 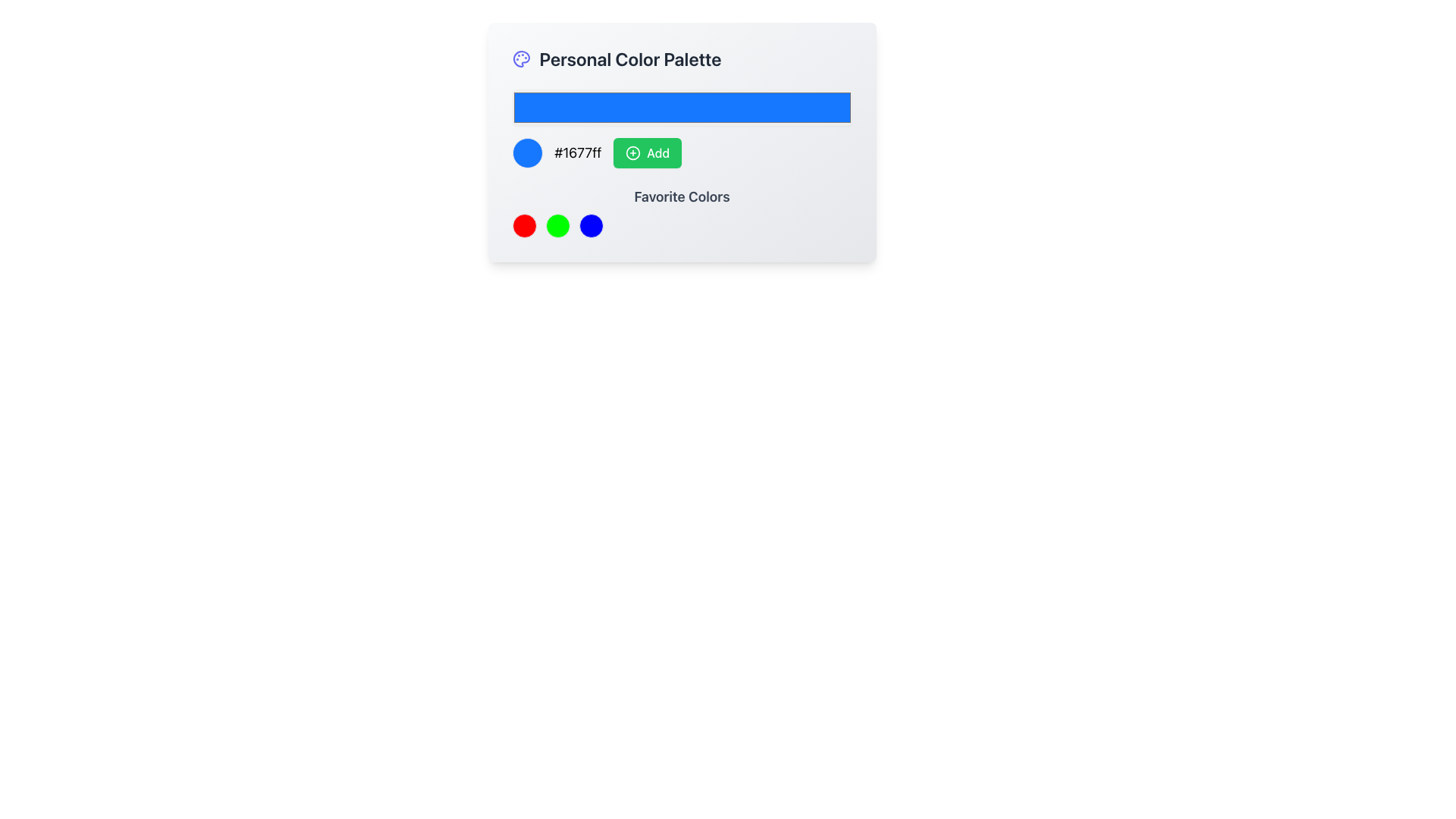 I want to click on the circular indigo palette icon with paint blob cutouts located in the top-left corner of the 'Personal Color Palette' section, so click(x=521, y=58).